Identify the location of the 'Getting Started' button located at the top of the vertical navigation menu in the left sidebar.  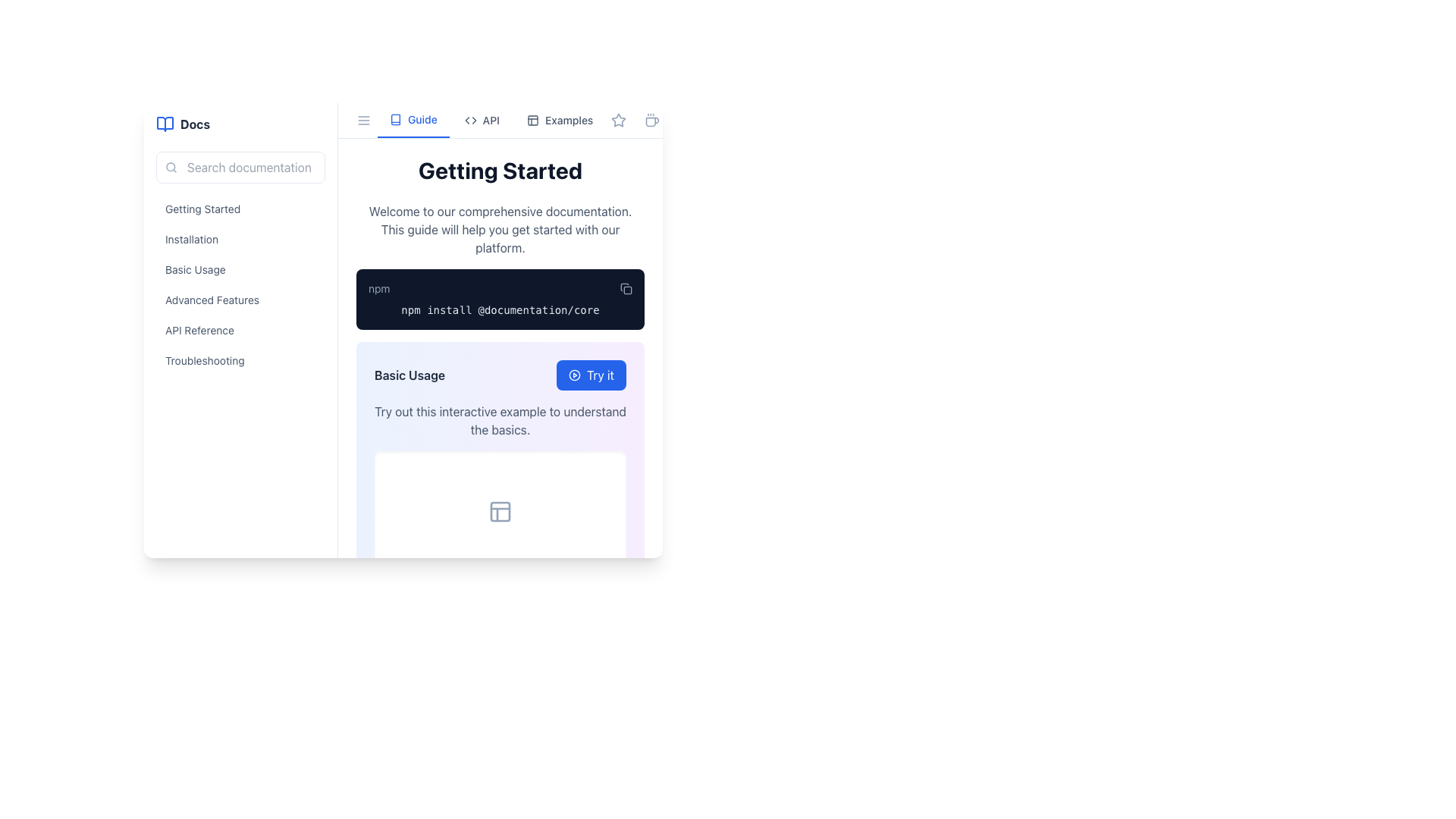
(240, 209).